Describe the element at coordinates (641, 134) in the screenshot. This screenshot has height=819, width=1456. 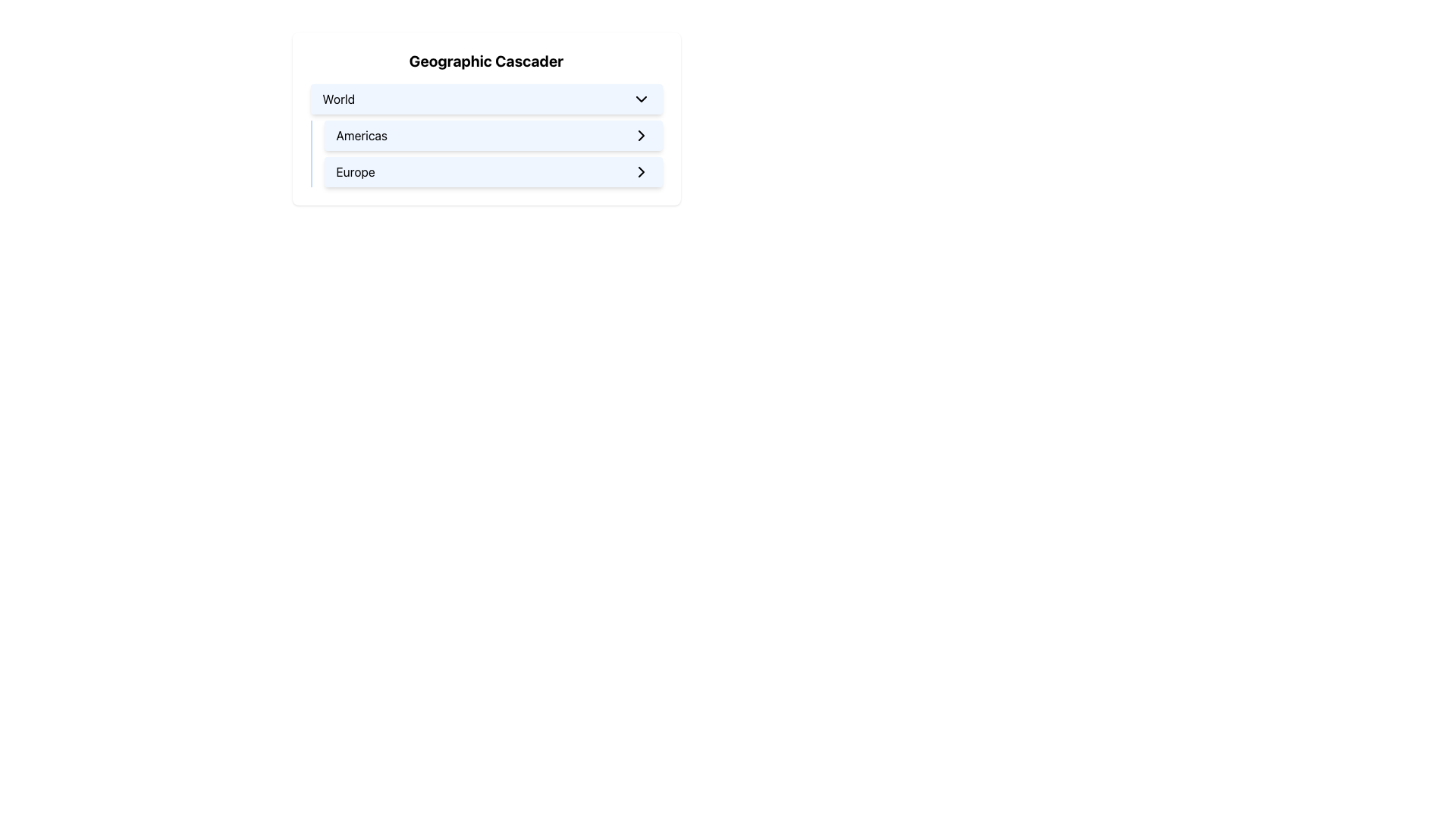
I see `the chevron-shaped right-pointing arrow SVG icon, which is part of the interactive list item labeled 'Americas'` at that location.